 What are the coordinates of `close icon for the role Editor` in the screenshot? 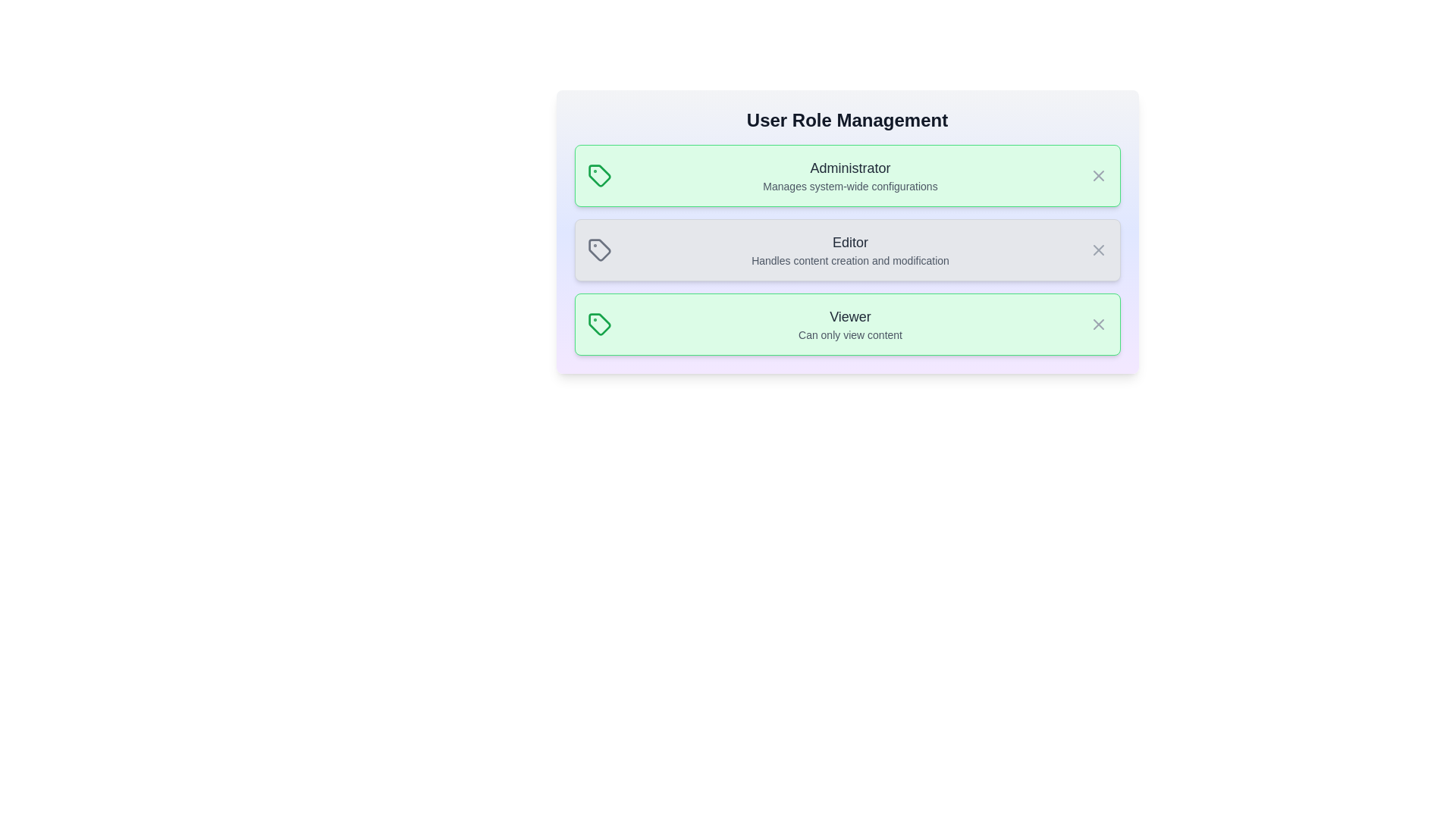 It's located at (1098, 249).